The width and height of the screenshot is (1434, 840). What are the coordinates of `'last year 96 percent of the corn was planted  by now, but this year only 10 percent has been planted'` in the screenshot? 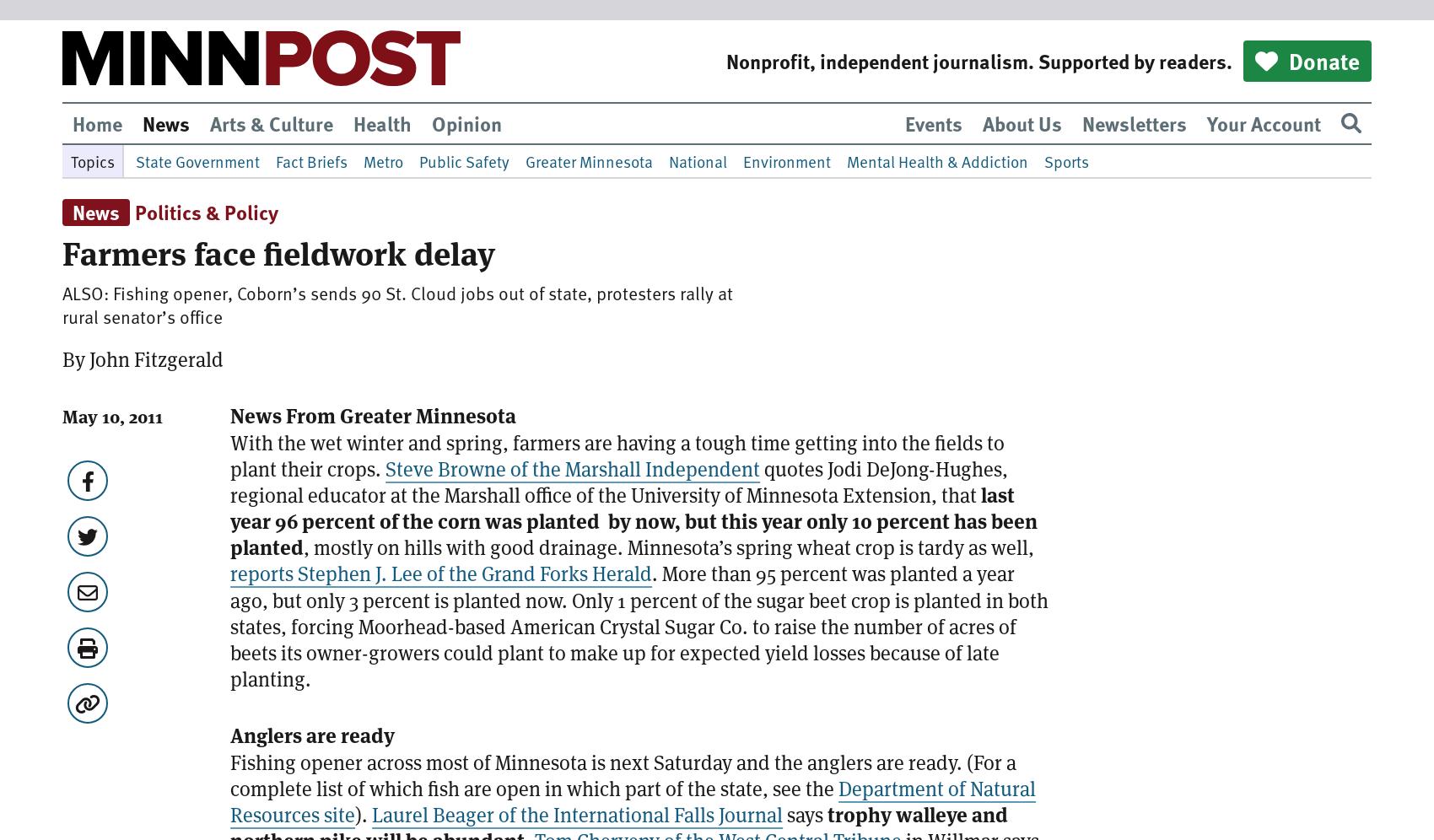 It's located at (633, 521).